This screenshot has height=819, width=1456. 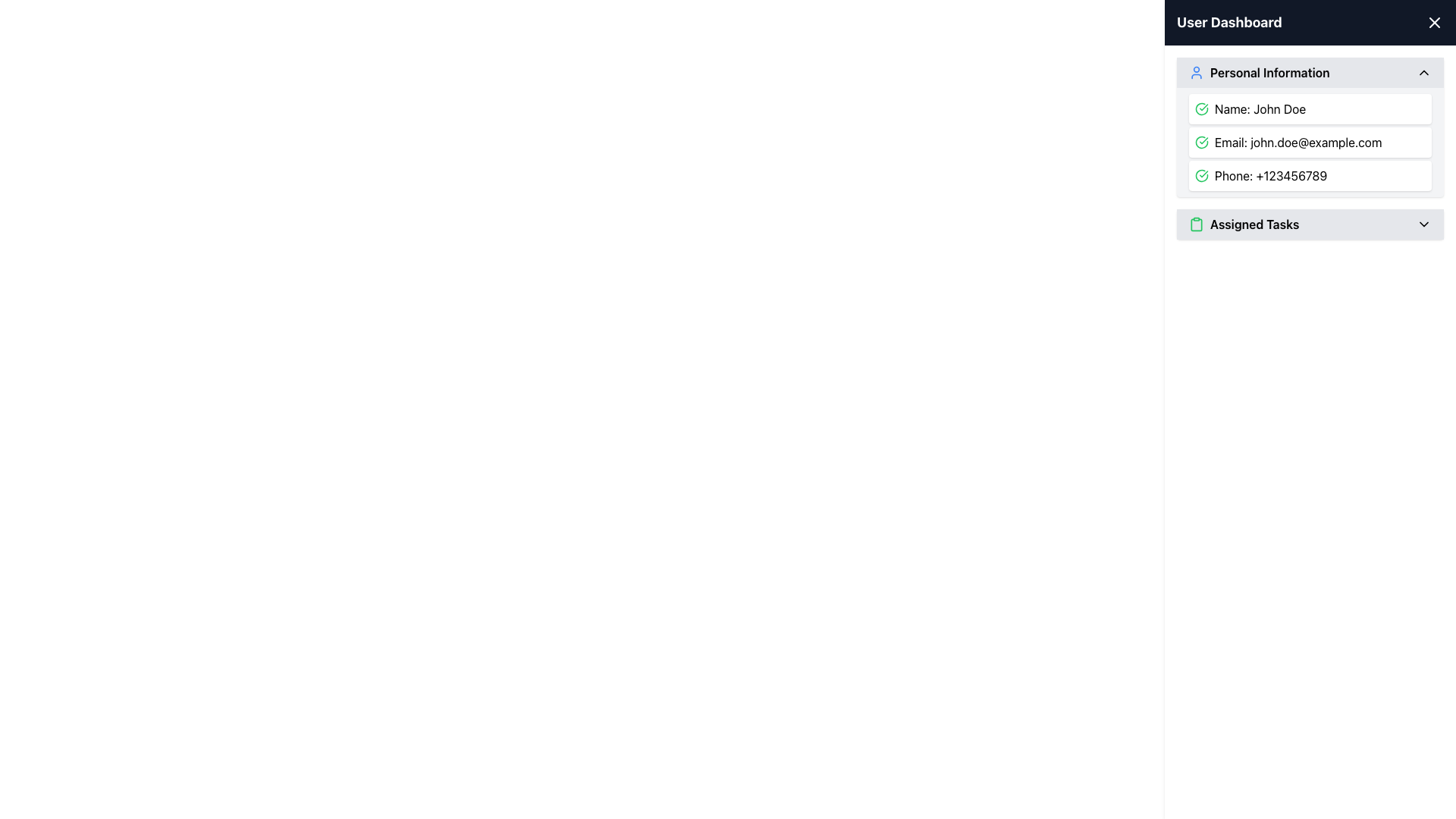 What do you see at coordinates (1260, 108) in the screenshot?
I see `the text label displaying the user's full name 'John Doe' located in the 'Personal Information' panel` at bounding box center [1260, 108].